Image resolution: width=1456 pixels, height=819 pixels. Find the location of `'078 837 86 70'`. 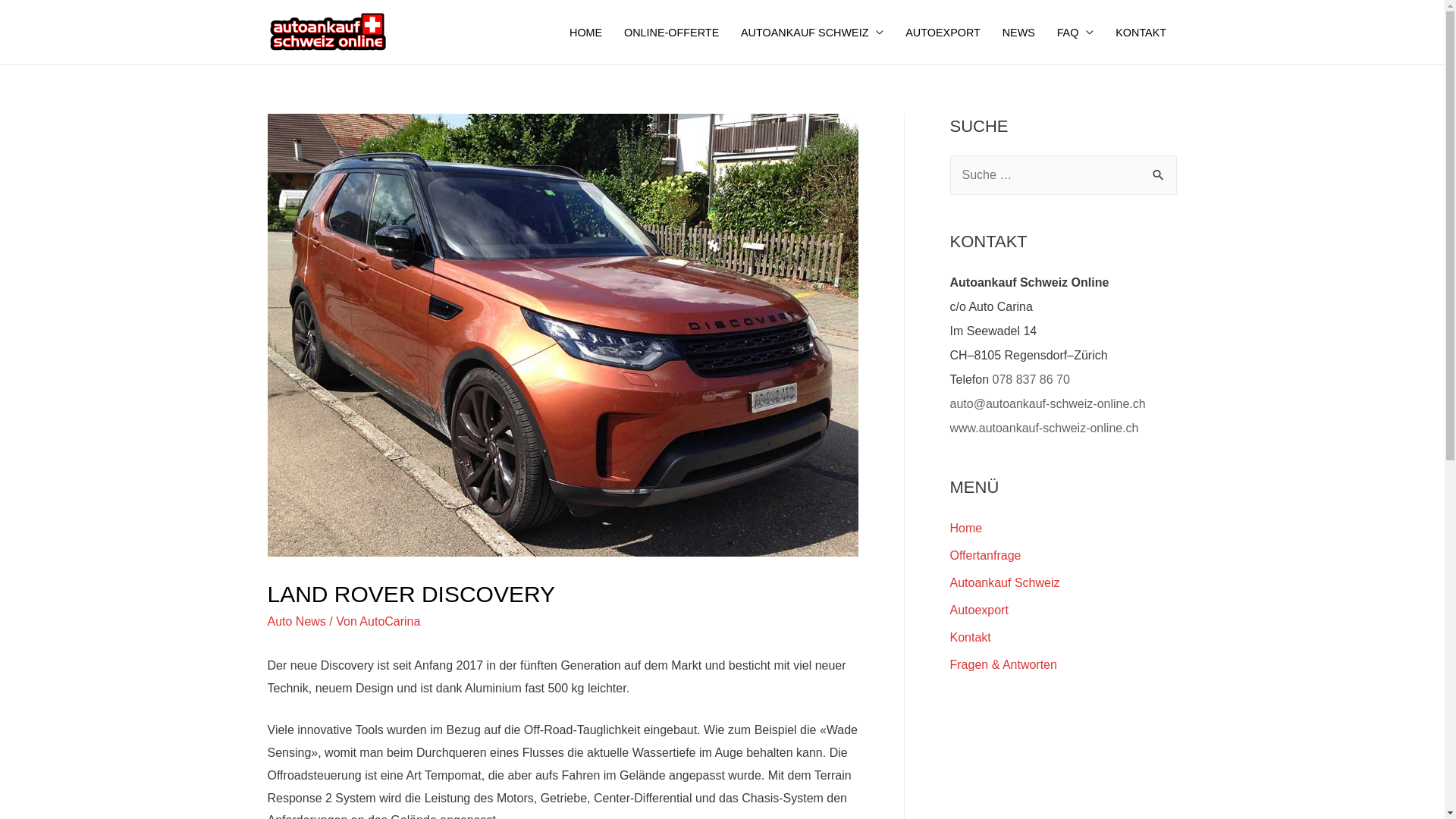

'078 837 86 70' is located at coordinates (1031, 378).